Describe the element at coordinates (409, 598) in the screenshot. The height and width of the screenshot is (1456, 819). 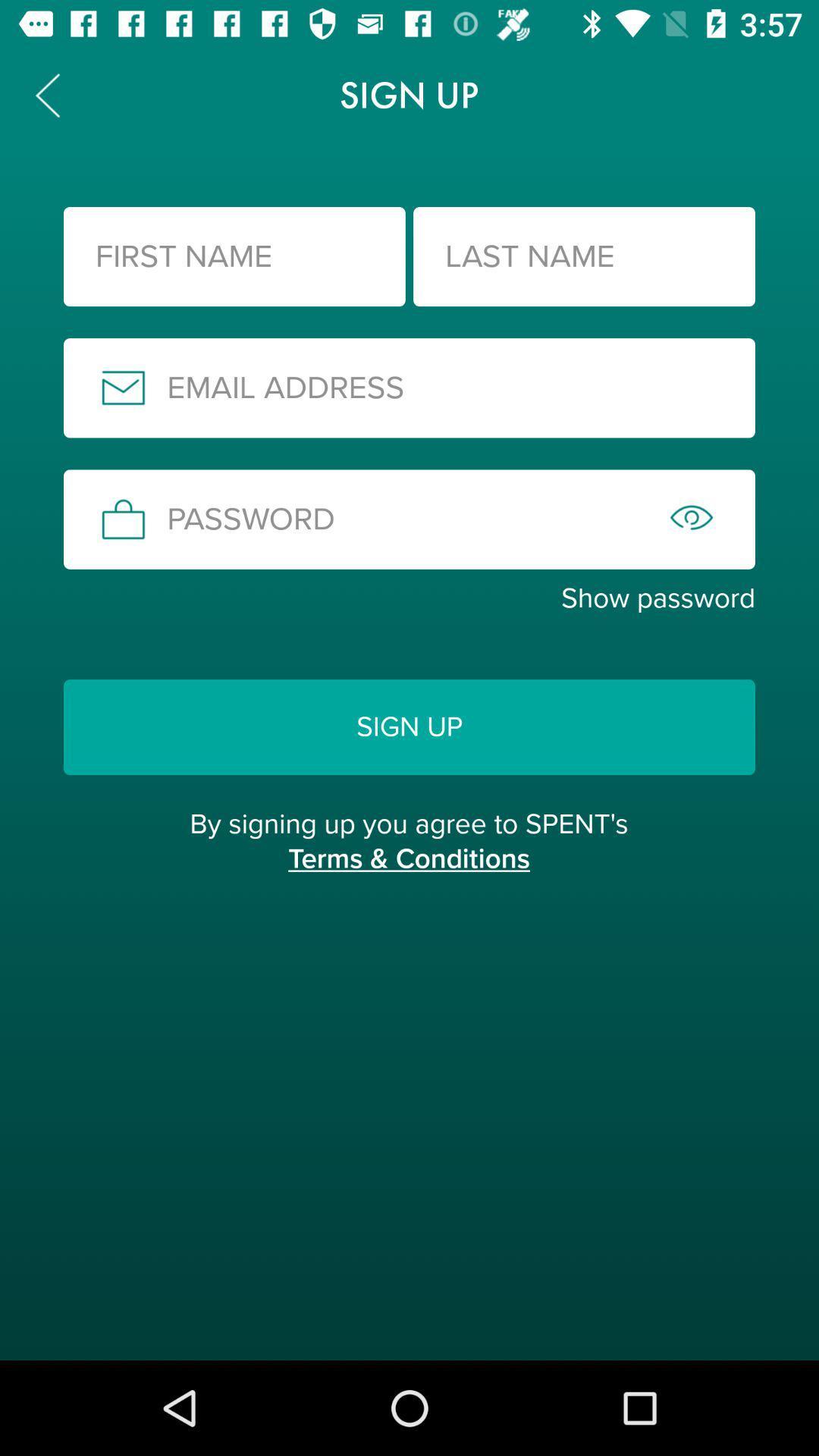
I see `the item above sign up icon` at that location.